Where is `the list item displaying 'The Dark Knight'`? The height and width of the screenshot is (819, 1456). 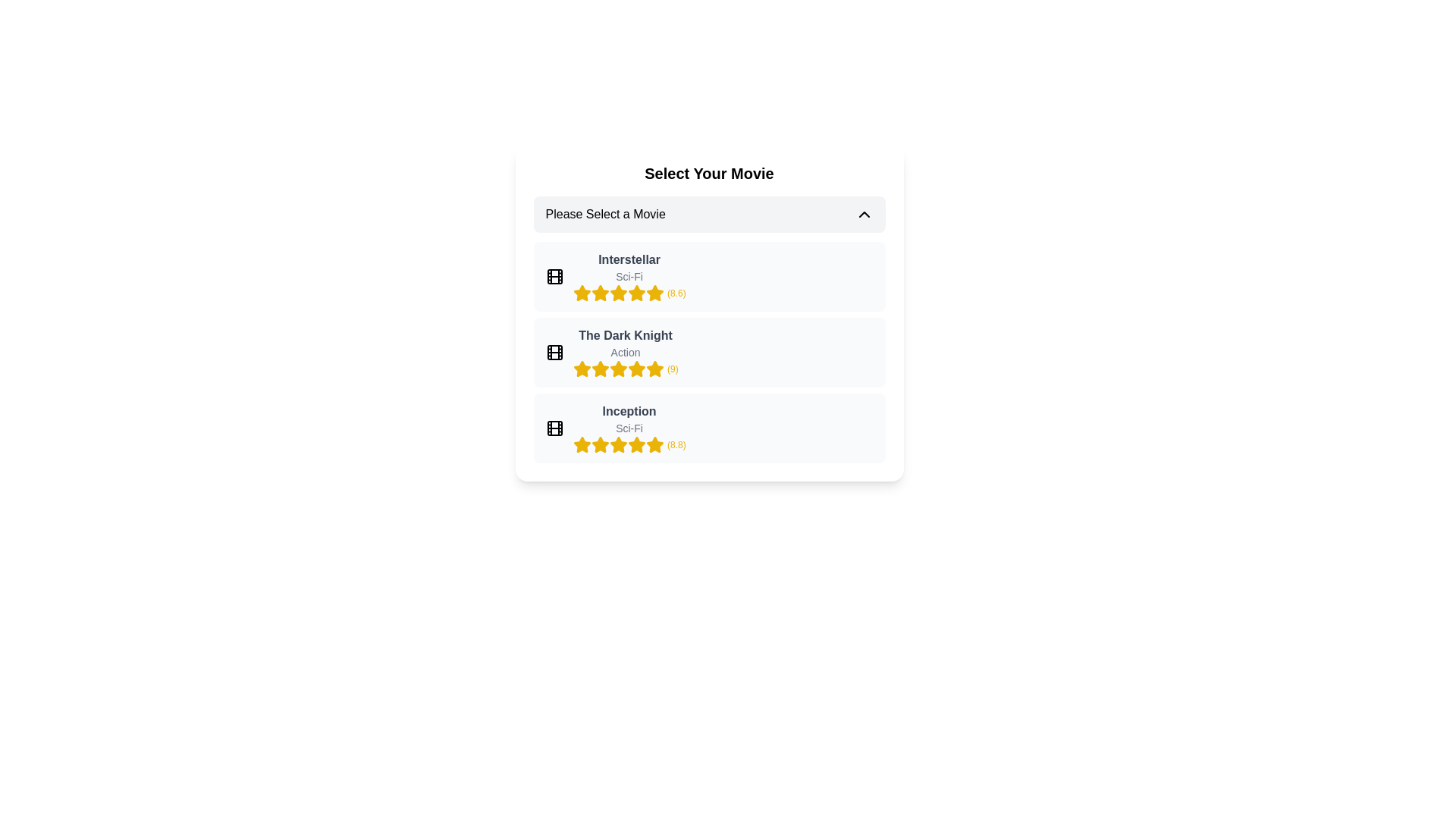 the list item displaying 'The Dark Knight' is located at coordinates (708, 353).